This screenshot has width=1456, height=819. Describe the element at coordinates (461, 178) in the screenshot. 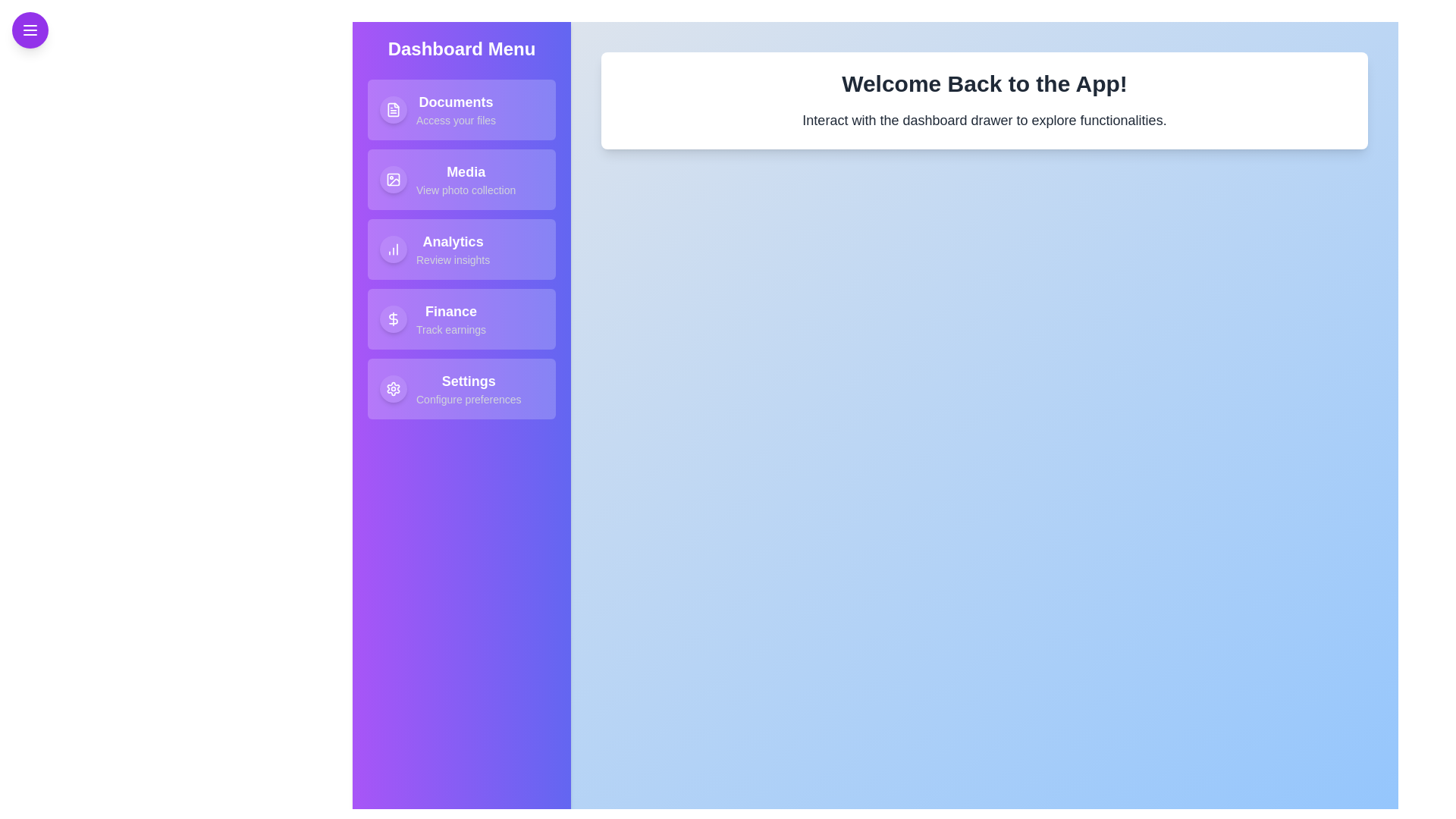

I see `the Media item in the drawer to access its functionality` at that location.